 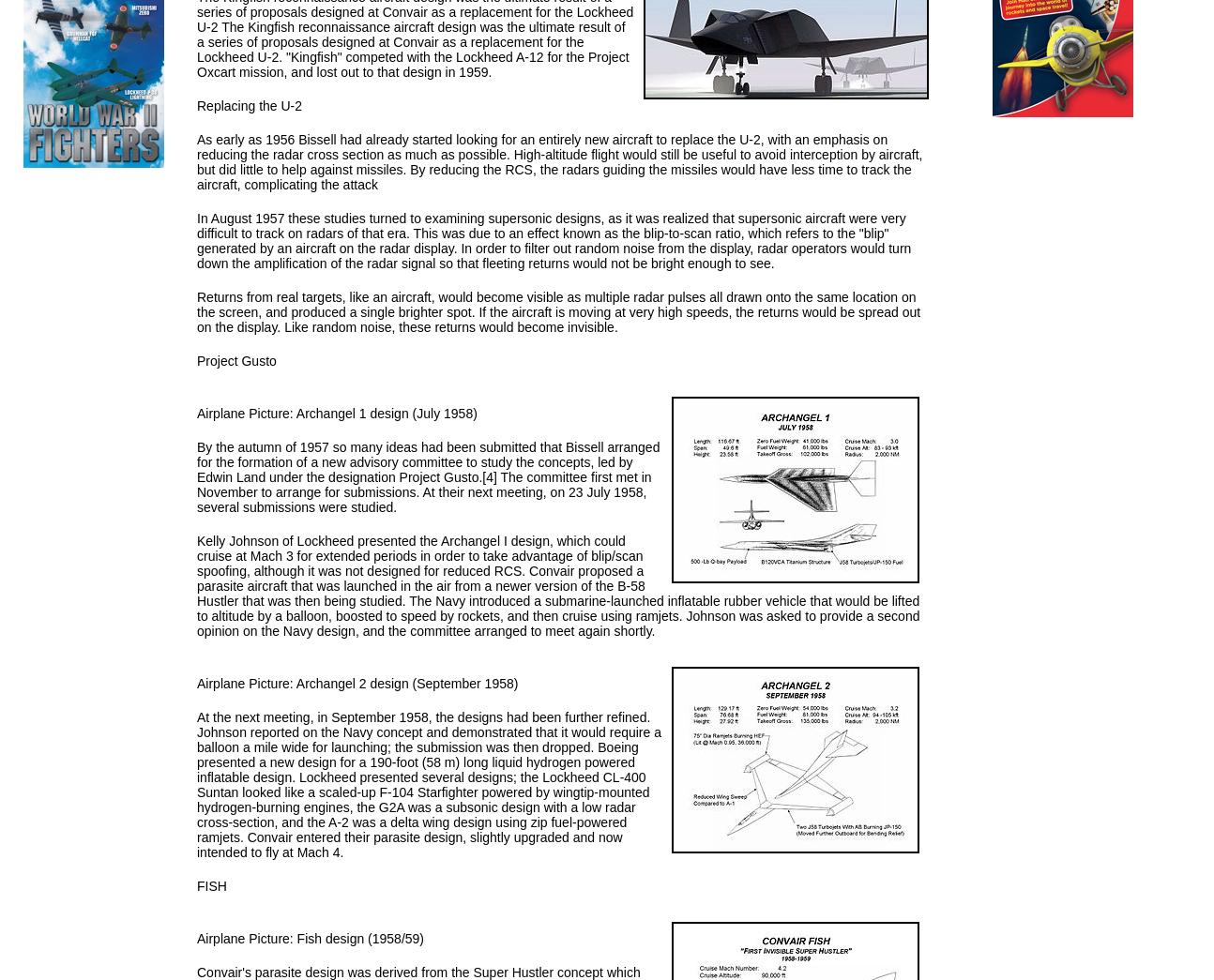 What do you see at coordinates (249, 105) in the screenshot?
I see `'Replacing the U-2'` at bounding box center [249, 105].